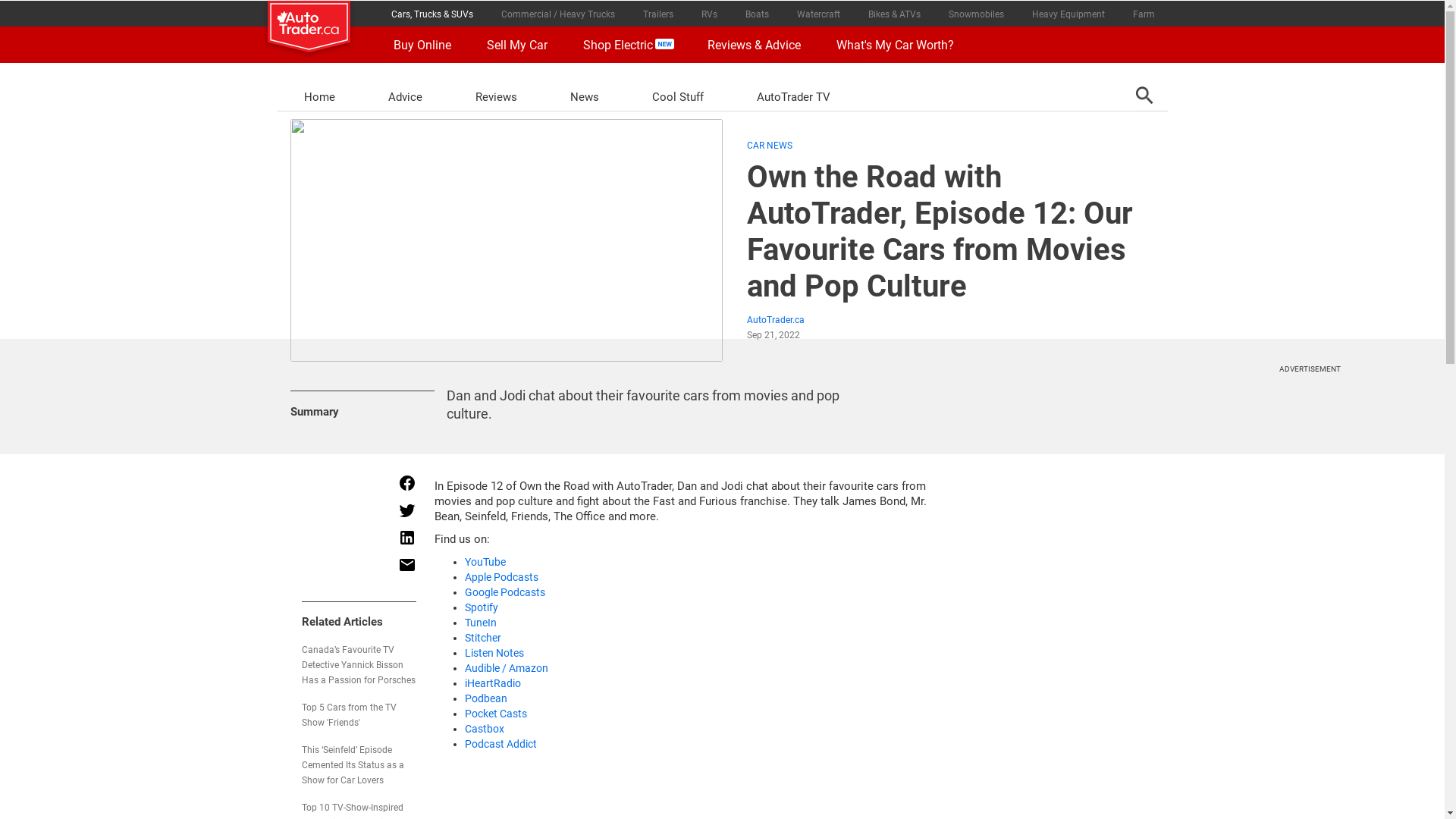 The width and height of the screenshot is (1456, 819). I want to click on 'Commercial / Heavy Trucks', so click(557, 14).